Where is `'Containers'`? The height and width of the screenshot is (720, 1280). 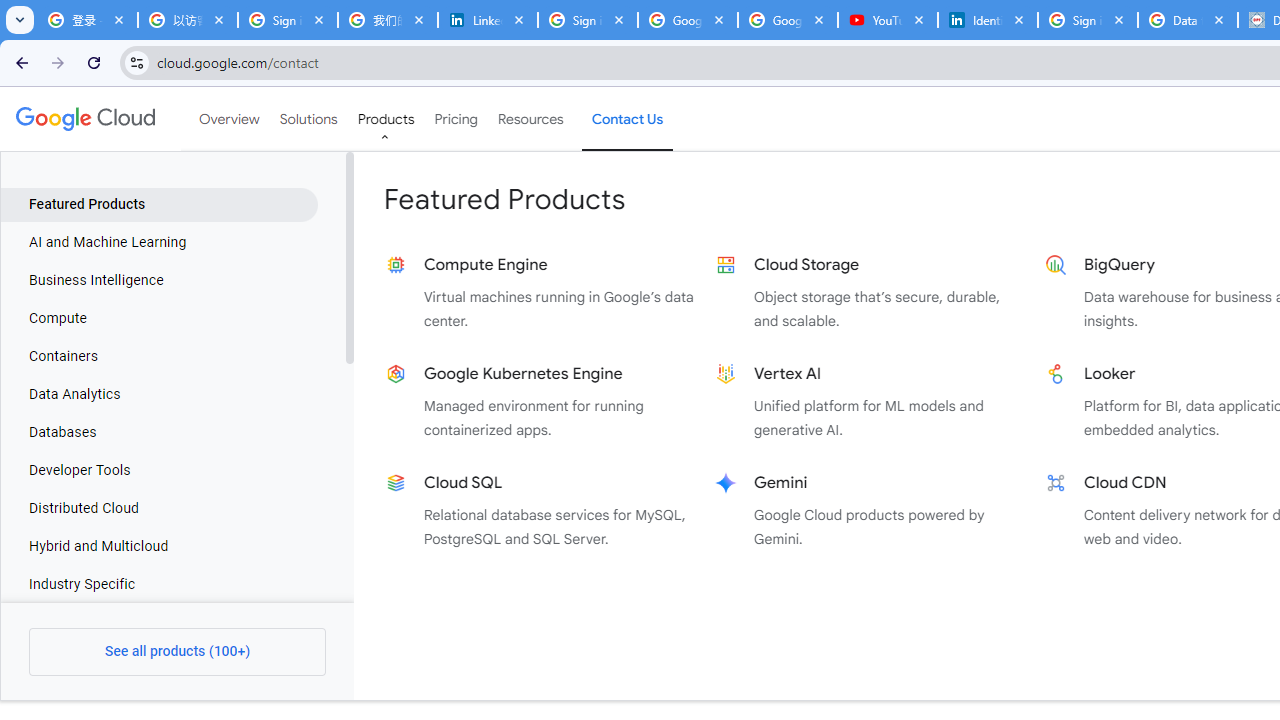 'Containers' is located at coordinates (158, 355).